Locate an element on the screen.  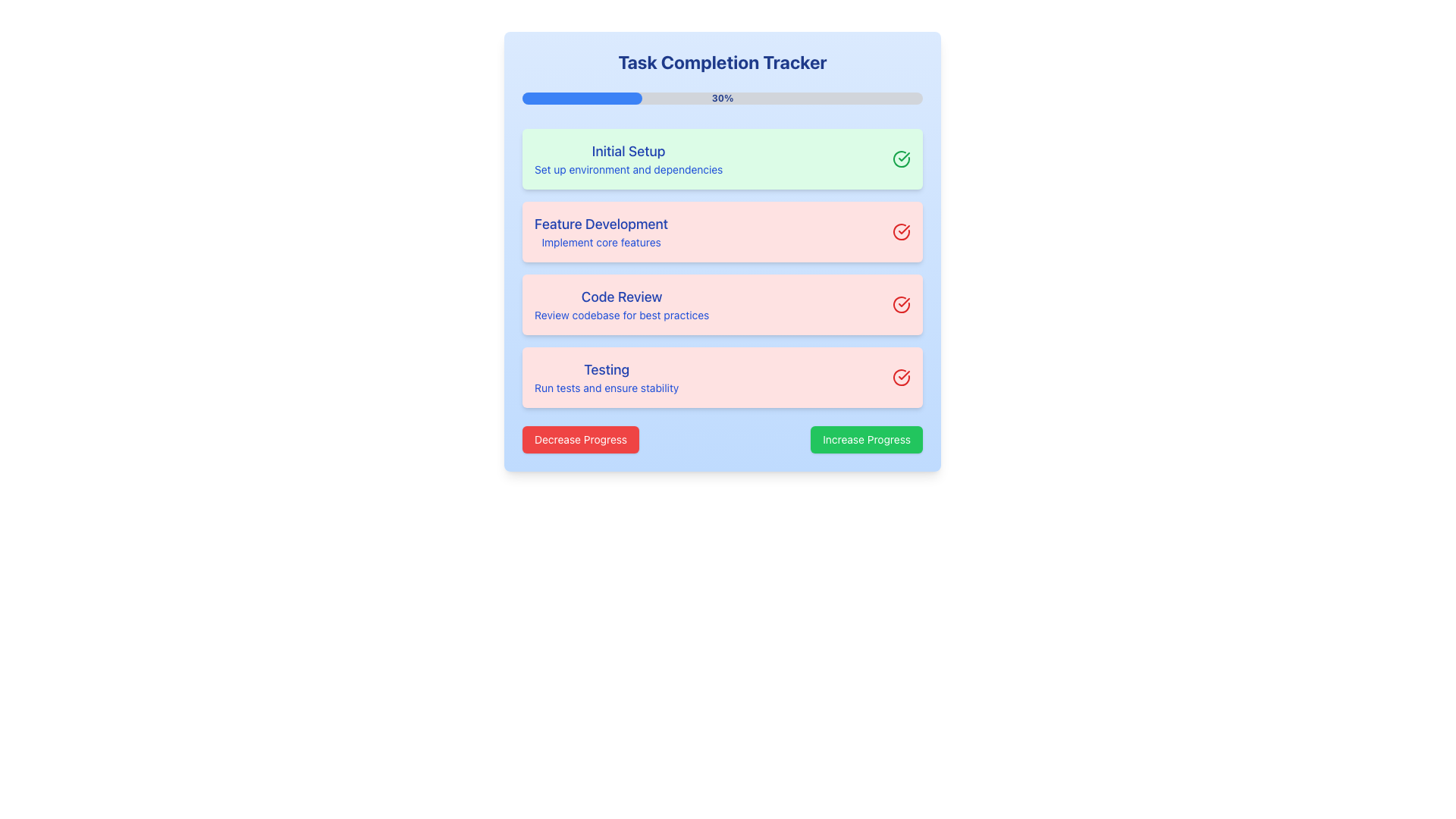
the red button labeled 'Decrease Progress' to change its appearance by triggering the hover effect is located at coordinates (580, 439).